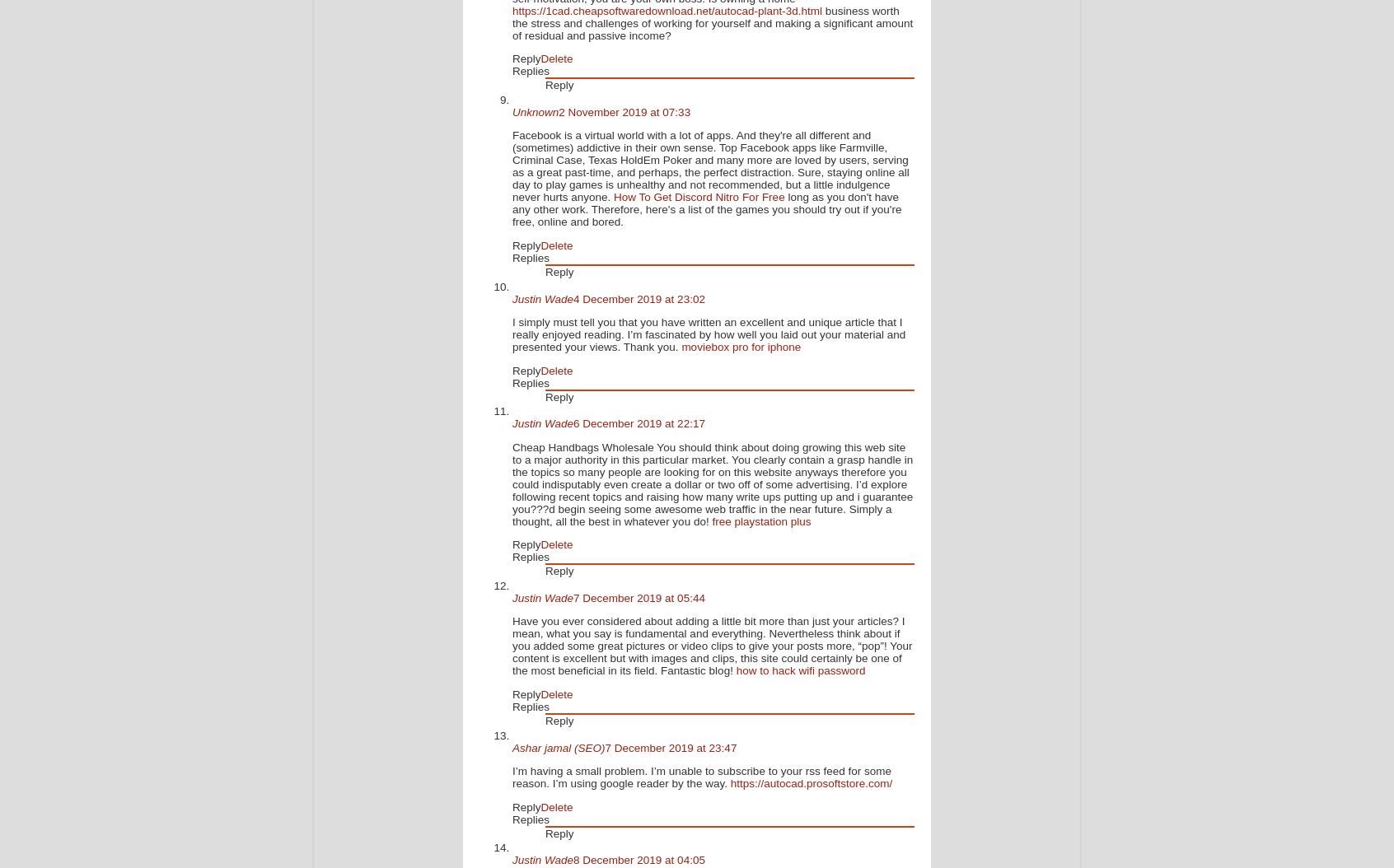  I want to click on '7 December 2019 at 05:44', so click(573, 596).